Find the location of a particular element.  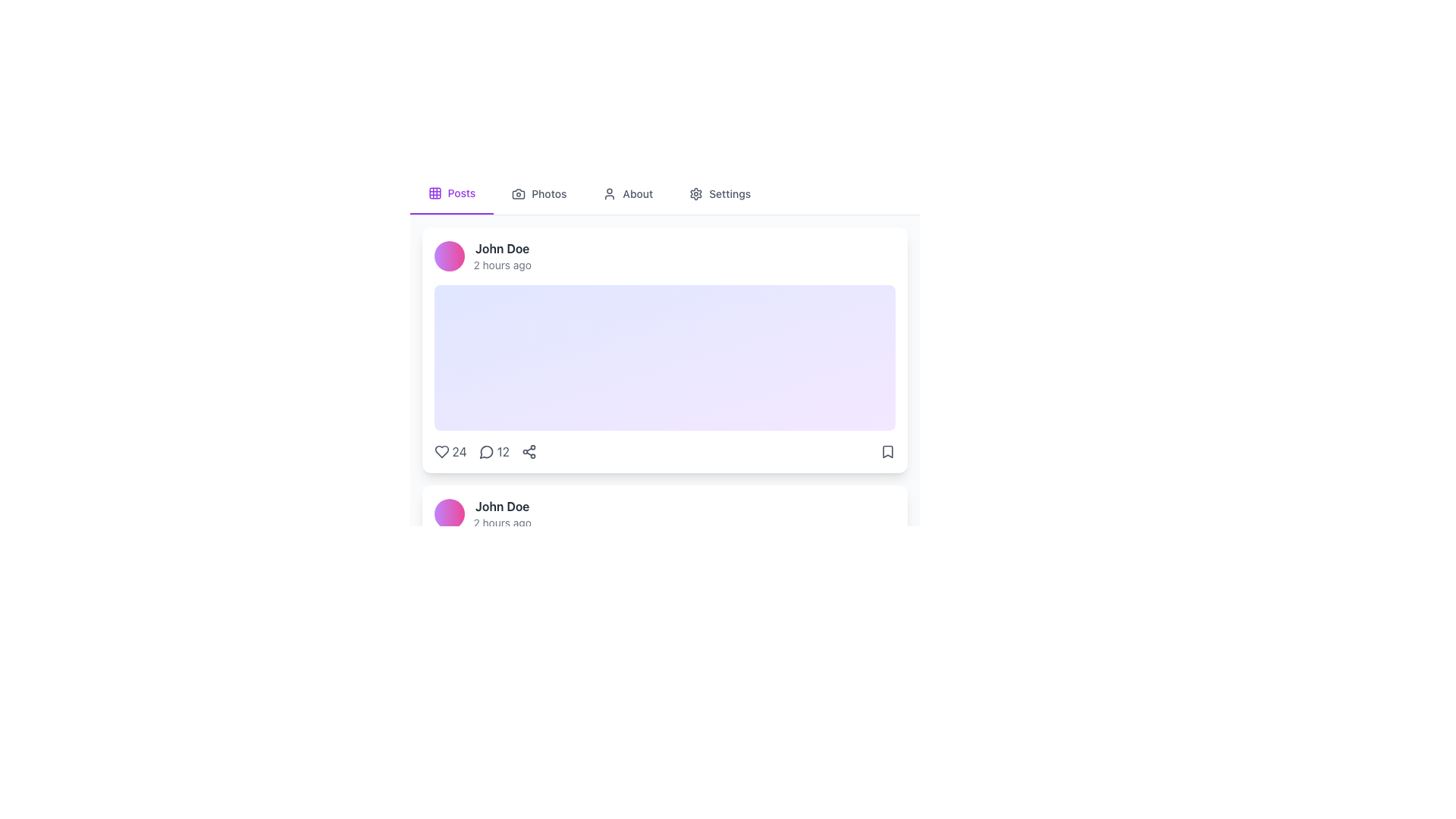

the 'Share' icon button located at the end of the row of interactive components below the post's content area is located at coordinates (529, 451).